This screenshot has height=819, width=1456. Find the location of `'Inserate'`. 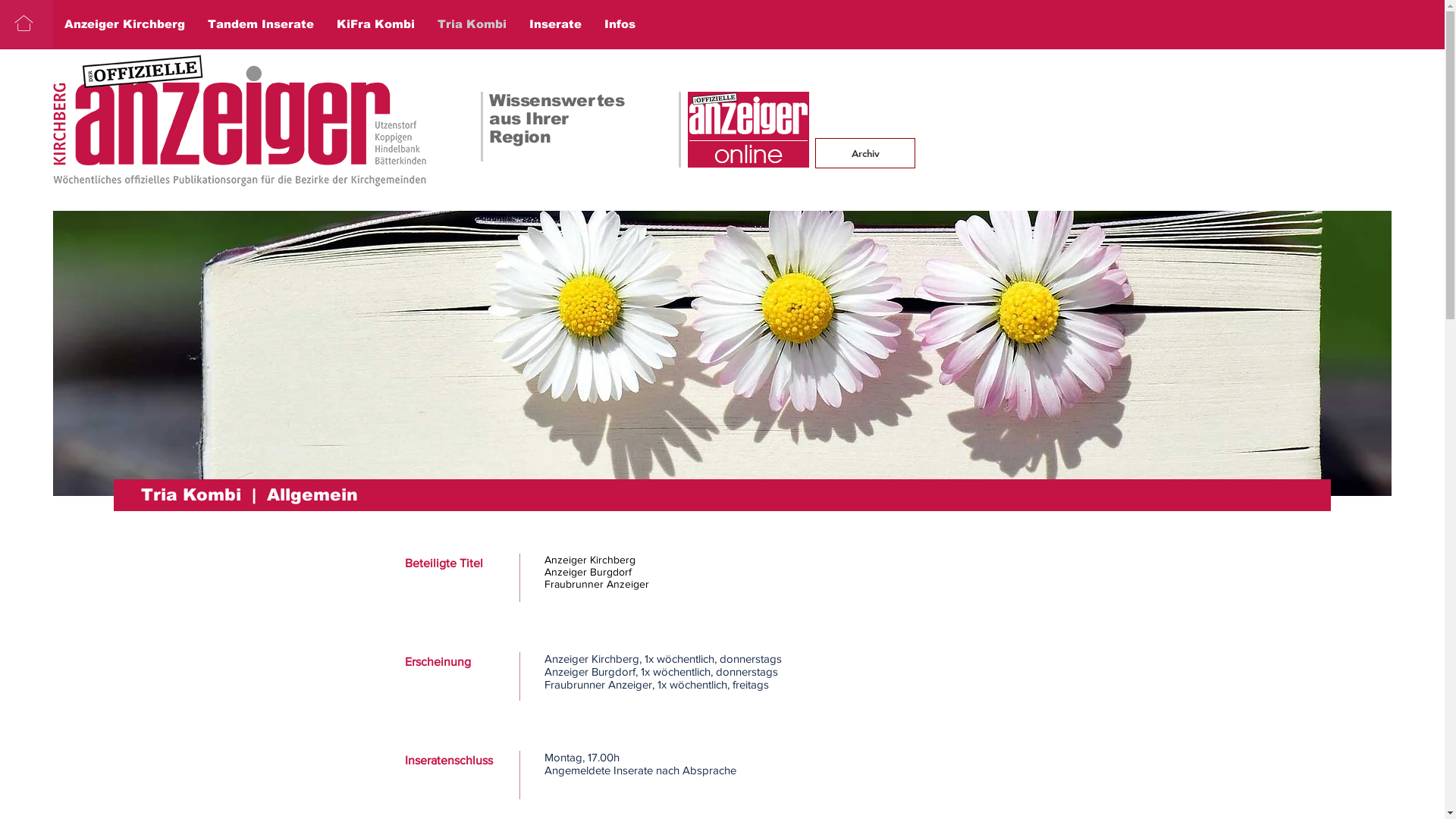

'Inserate' is located at coordinates (554, 24).